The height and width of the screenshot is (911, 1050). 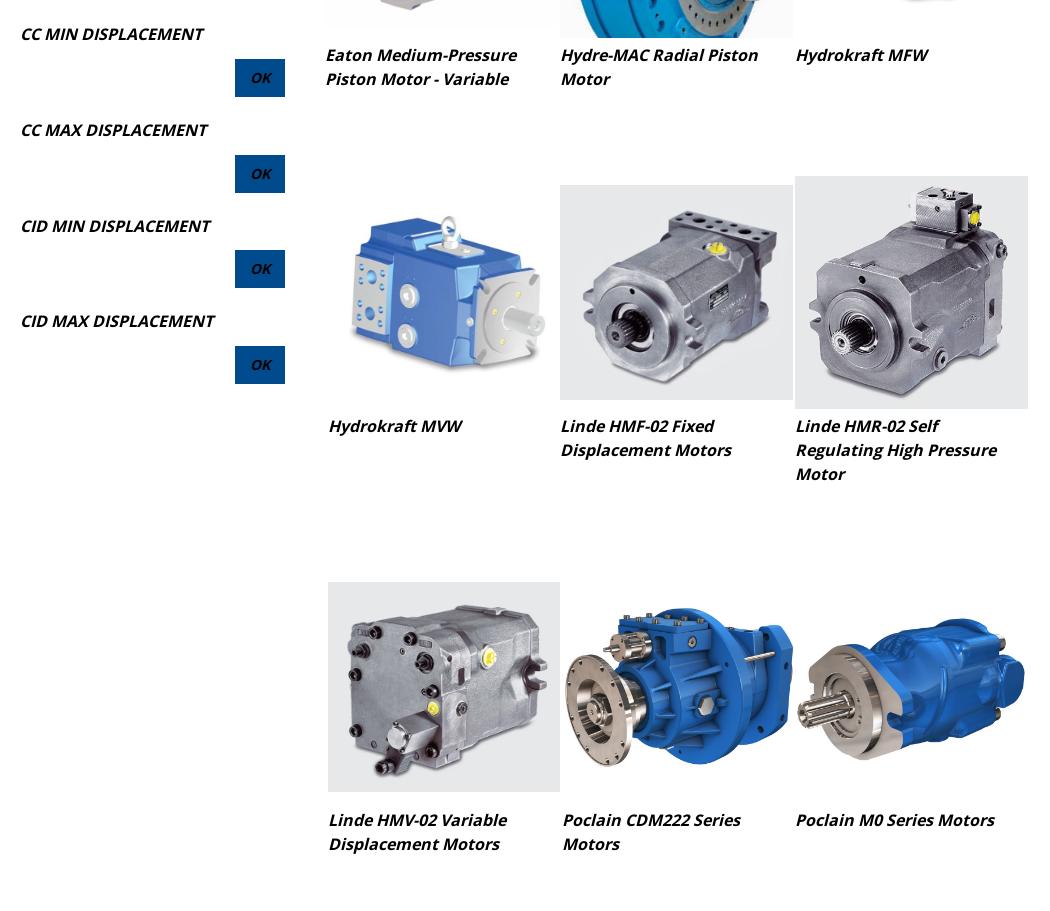 What do you see at coordinates (650, 831) in the screenshot?
I see `'Poclain CDM222 Series Motors'` at bounding box center [650, 831].